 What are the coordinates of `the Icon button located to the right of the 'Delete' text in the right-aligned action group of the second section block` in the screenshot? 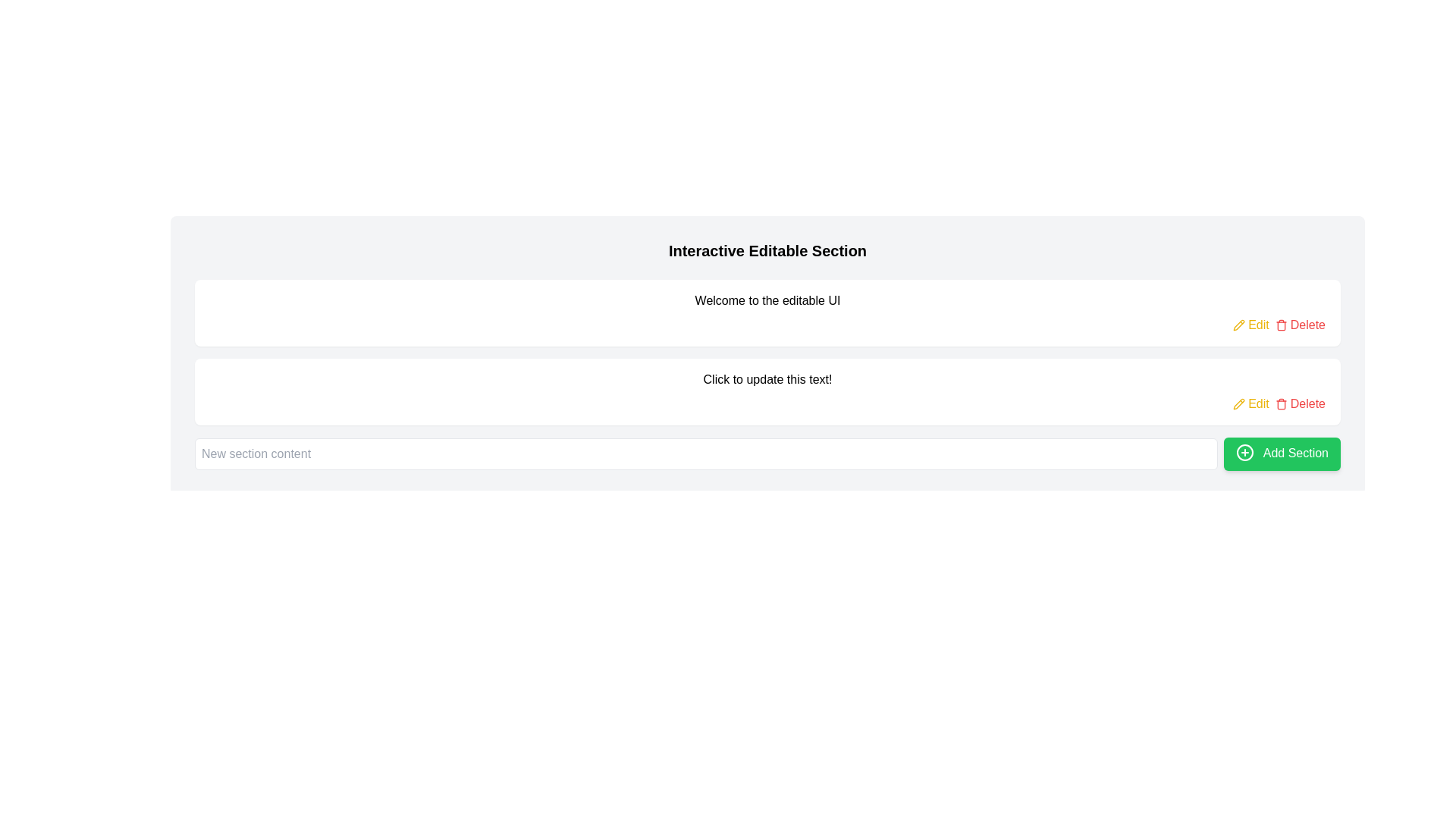 It's located at (1280, 403).